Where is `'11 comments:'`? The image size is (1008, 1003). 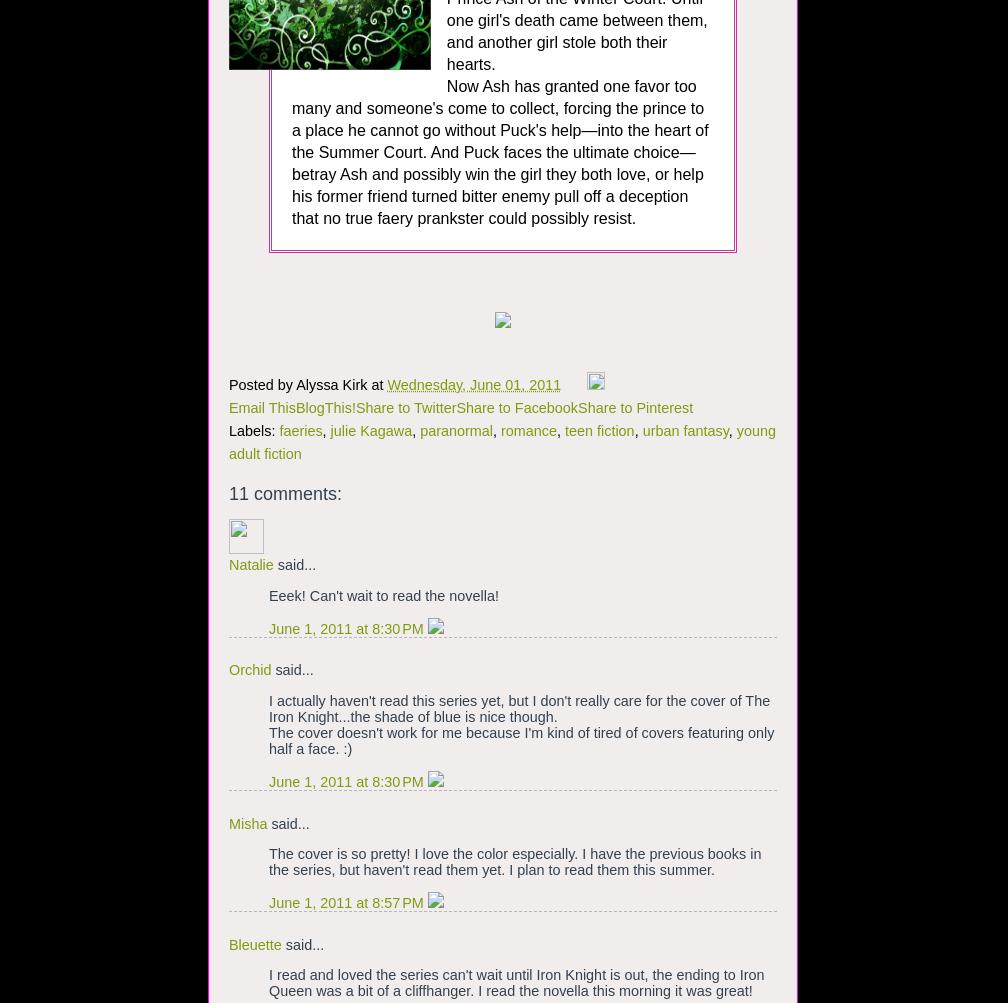
'11 comments:' is located at coordinates (285, 492).